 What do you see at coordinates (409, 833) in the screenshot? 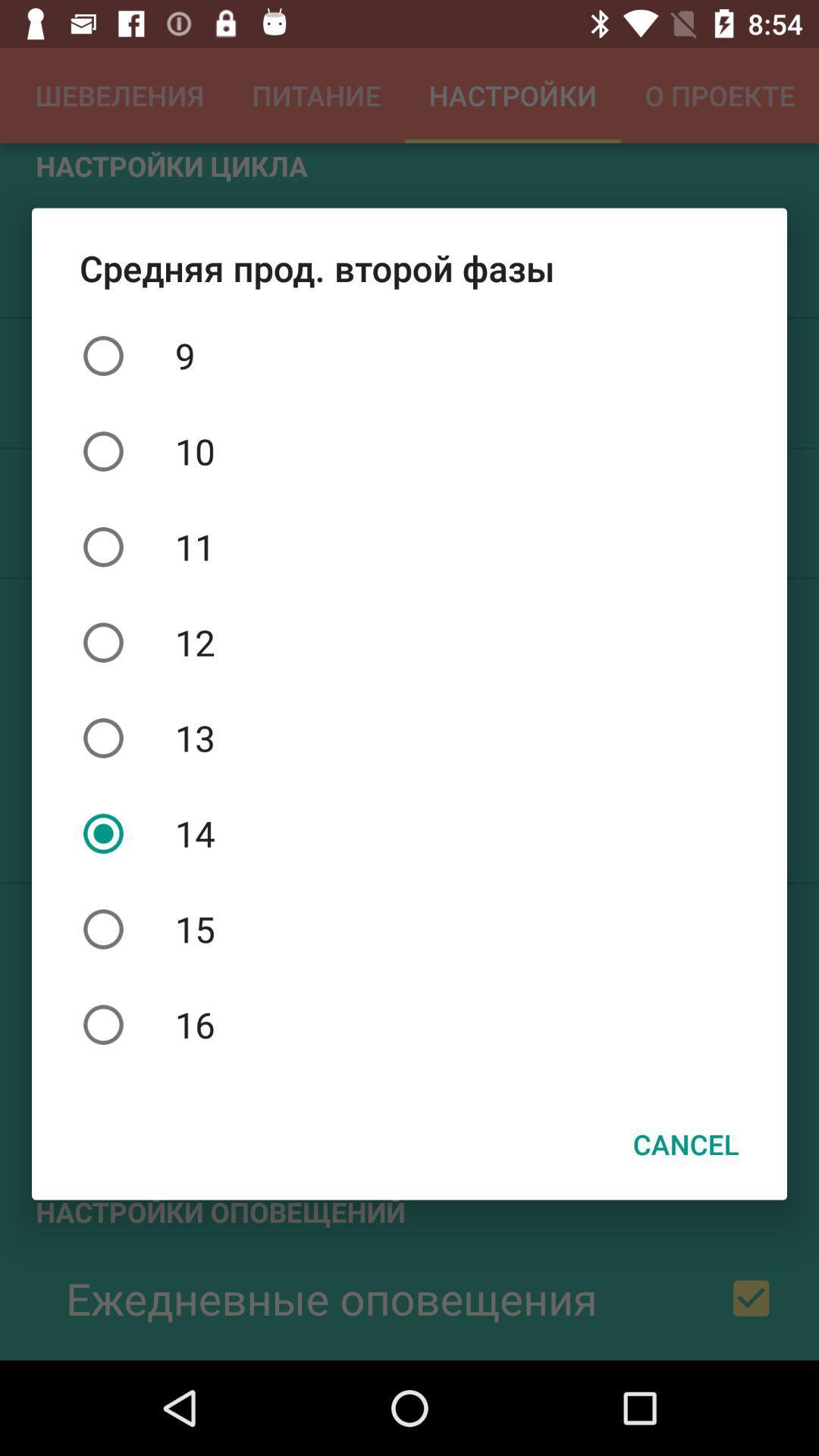
I see `the 14 icon` at bounding box center [409, 833].